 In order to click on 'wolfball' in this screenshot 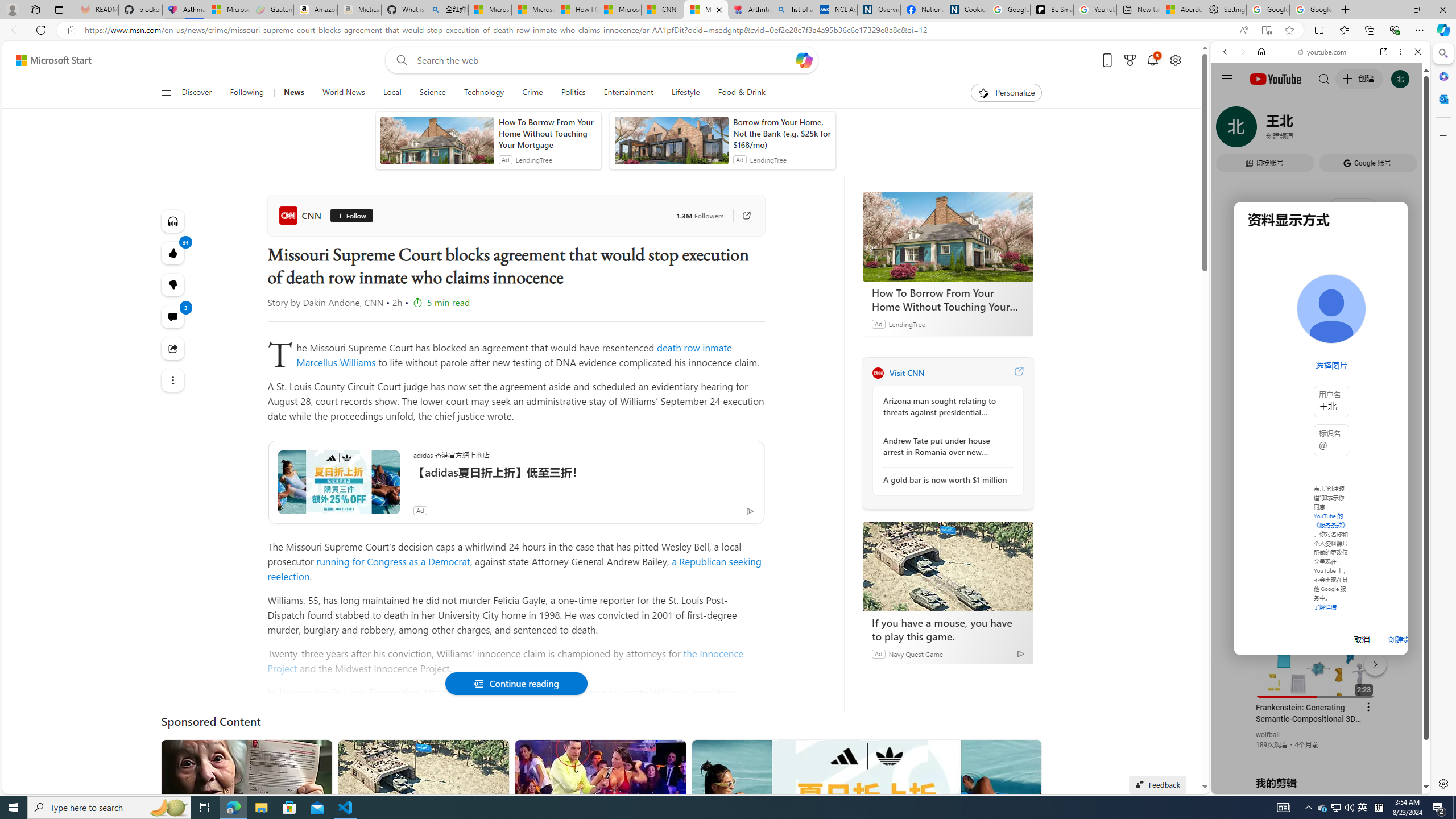, I will do `click(1268, 734)`.